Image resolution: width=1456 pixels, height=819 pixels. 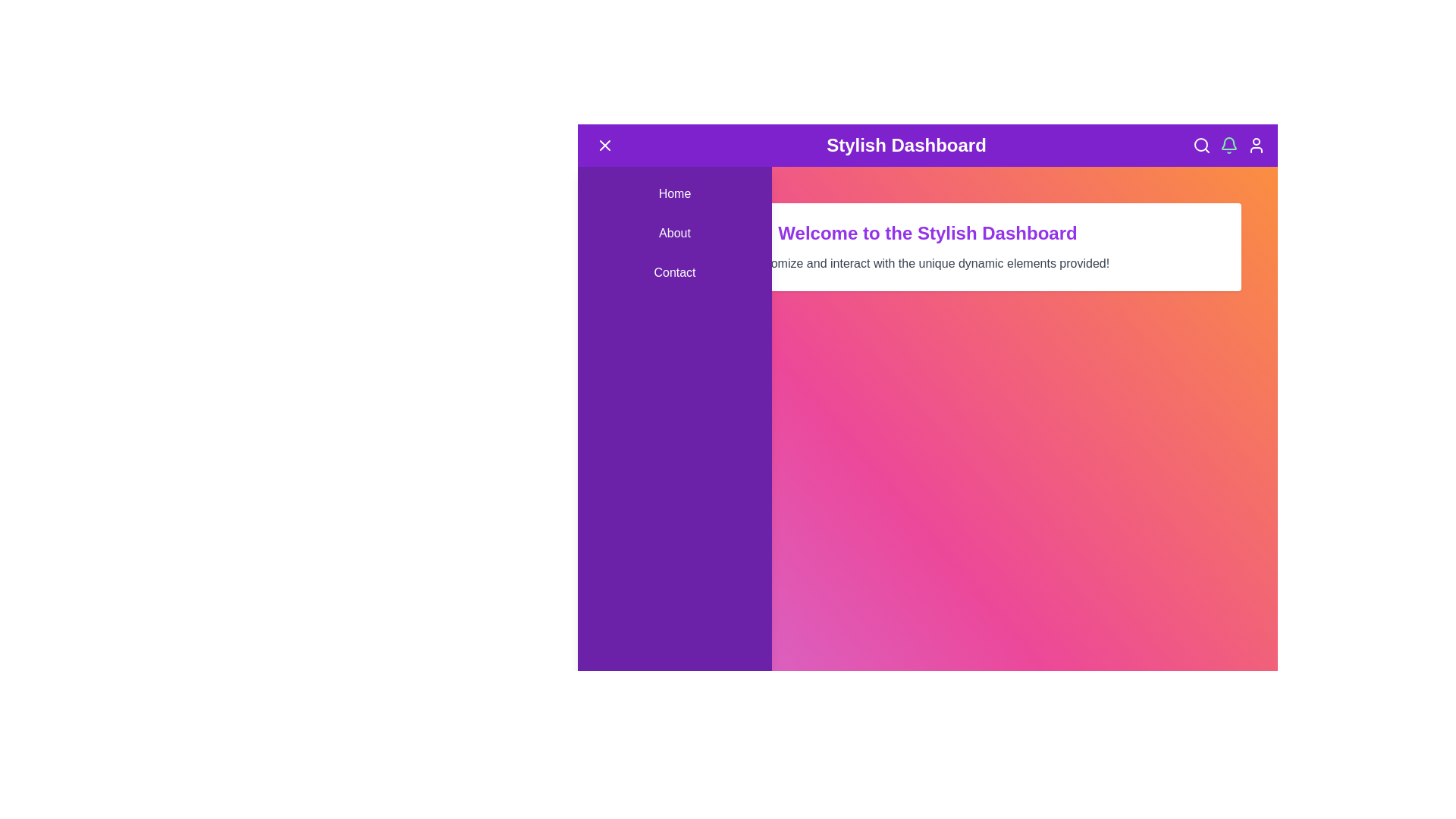 I want to click on the header title 'Stylish Dashboard' to focus or interact with it, so click(x=906, y=146).